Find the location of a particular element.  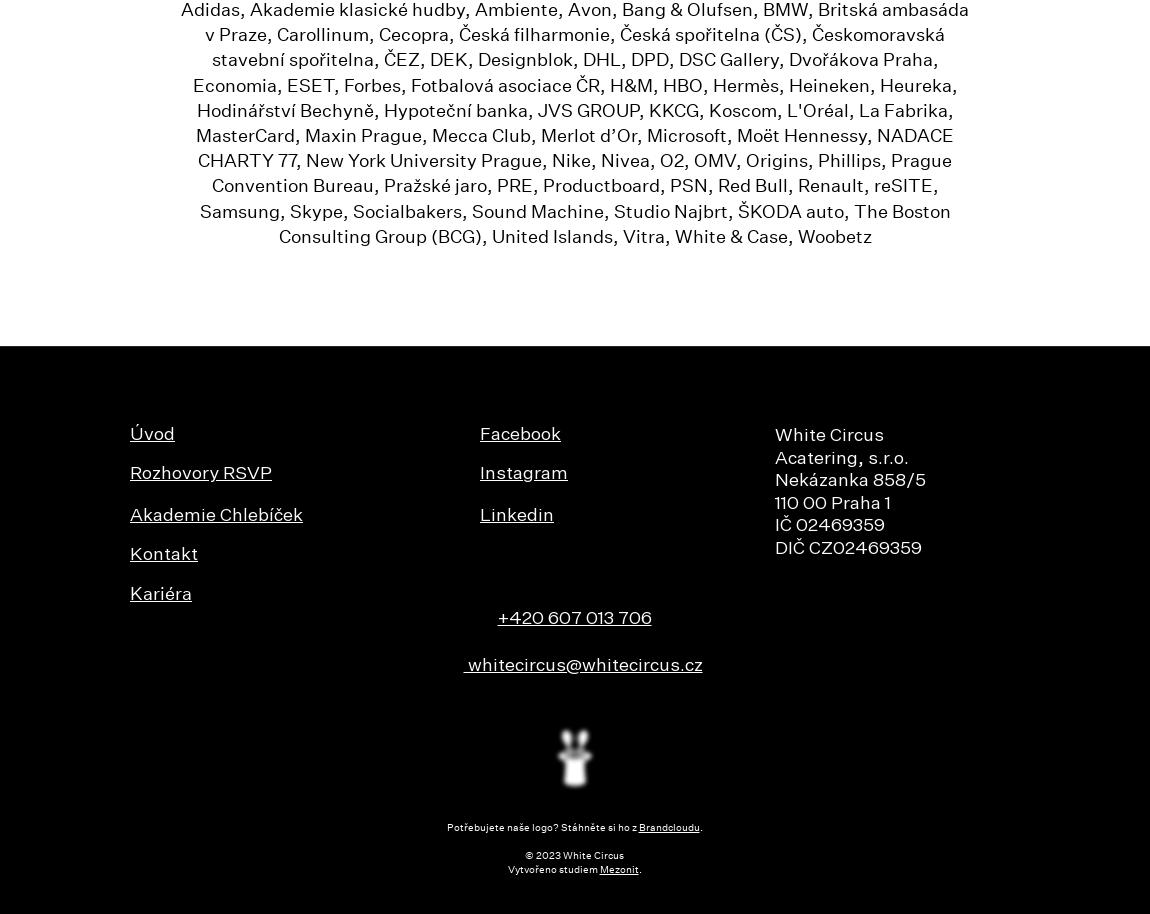

'whitecircus@whitecircus.cz' is located at coordinates (581, 666).